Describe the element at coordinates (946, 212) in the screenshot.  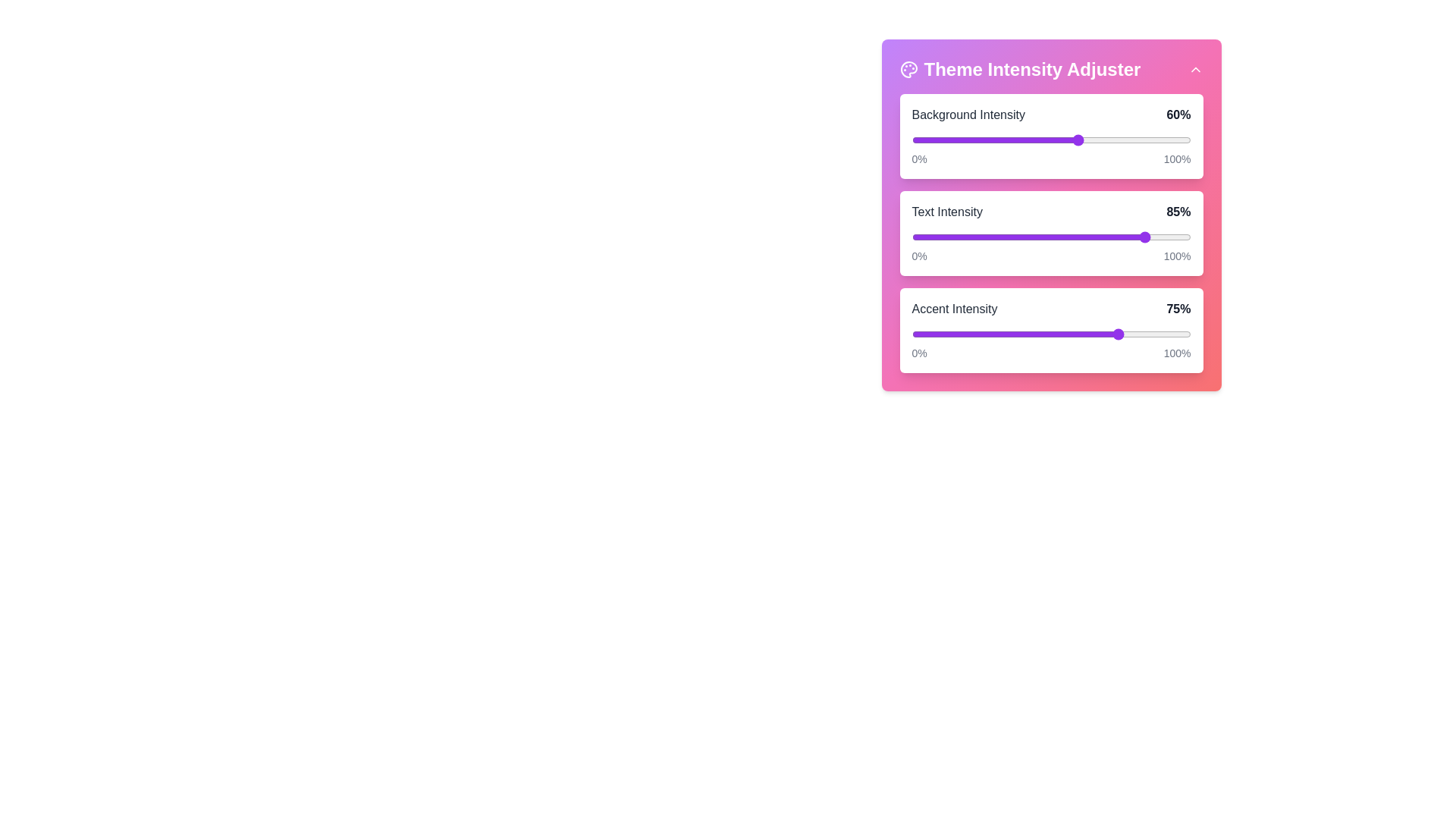
I see `the intensity label that indicates the adjustment of text elements in the 'Theme Intensity Adjuster' card, located on the left side of the card` at that location.